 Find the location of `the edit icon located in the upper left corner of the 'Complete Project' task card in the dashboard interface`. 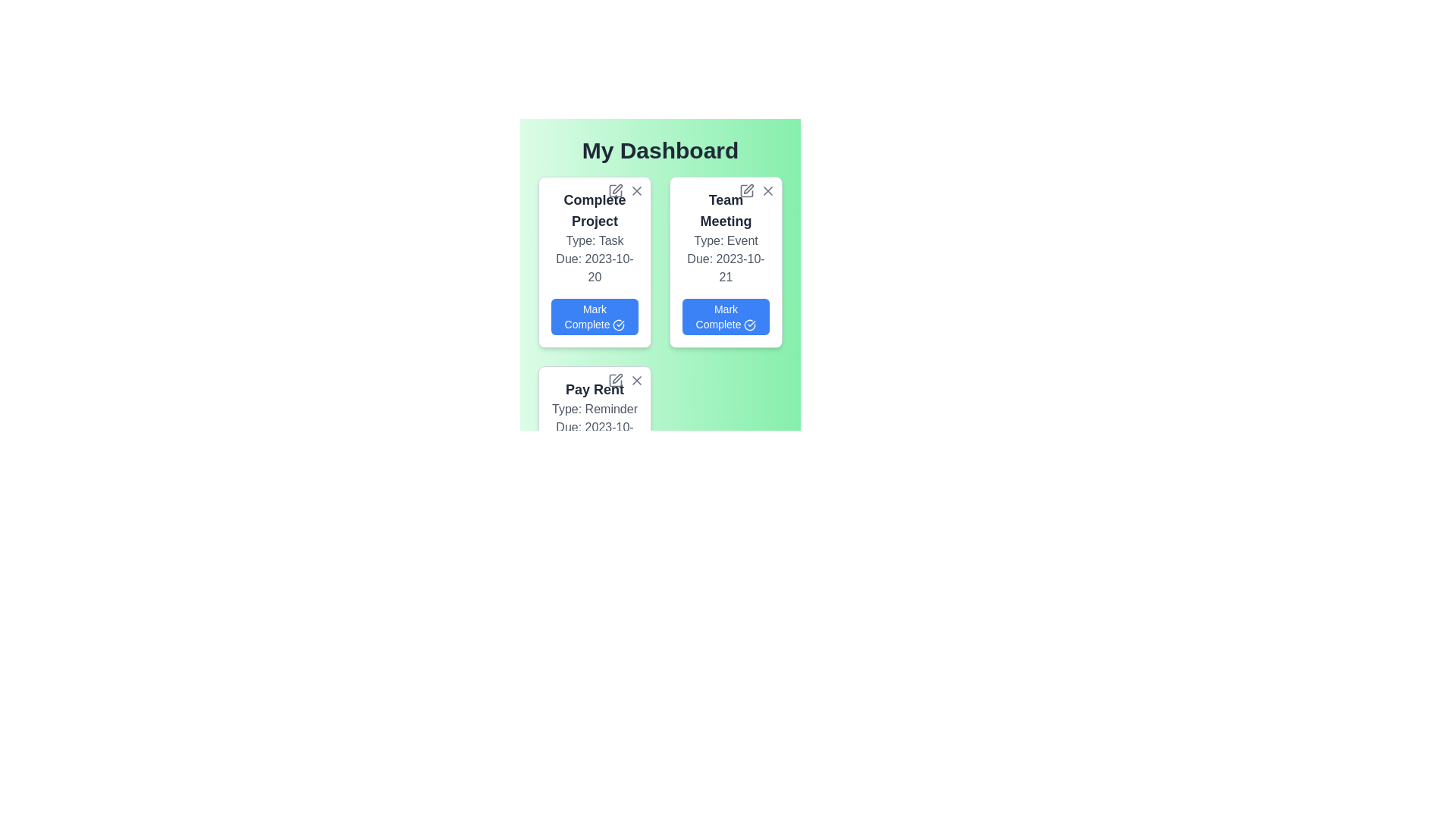

the edit icon located in the upper left corner of the 'Complete Project' task card in the dashboard interface is located at coordinates (615, 190).